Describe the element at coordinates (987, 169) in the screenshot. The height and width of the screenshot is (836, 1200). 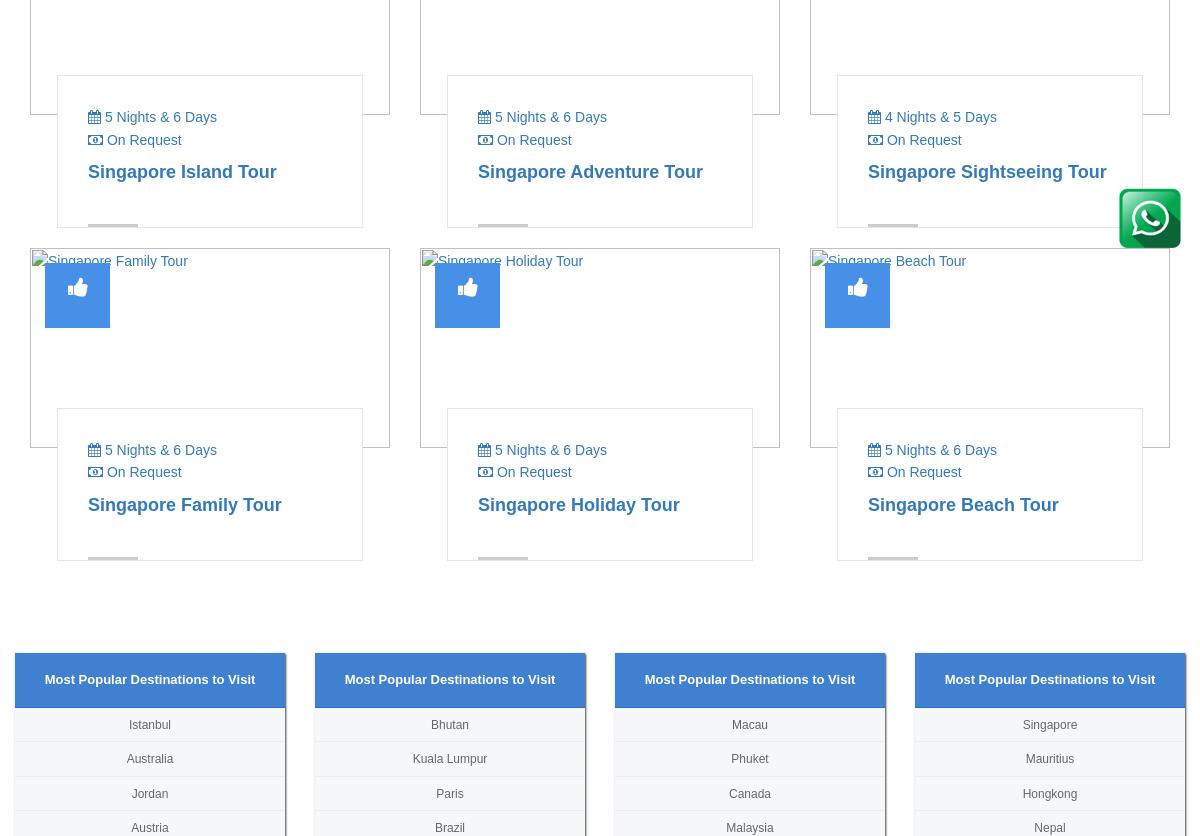
I see `'Singapore Sightseeing Tour'` at that location.